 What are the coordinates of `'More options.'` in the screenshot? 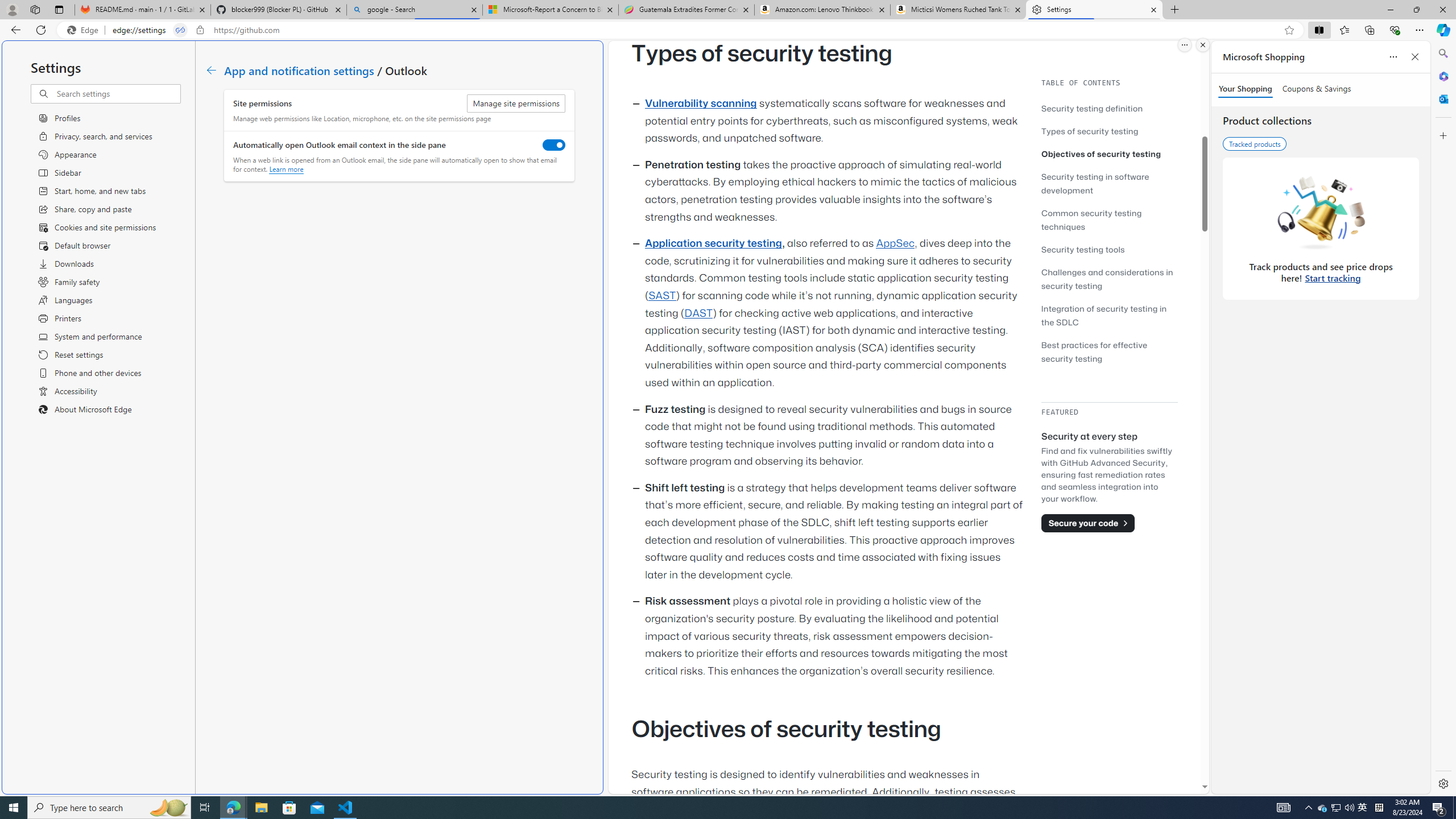 It's located at (1184, 44).